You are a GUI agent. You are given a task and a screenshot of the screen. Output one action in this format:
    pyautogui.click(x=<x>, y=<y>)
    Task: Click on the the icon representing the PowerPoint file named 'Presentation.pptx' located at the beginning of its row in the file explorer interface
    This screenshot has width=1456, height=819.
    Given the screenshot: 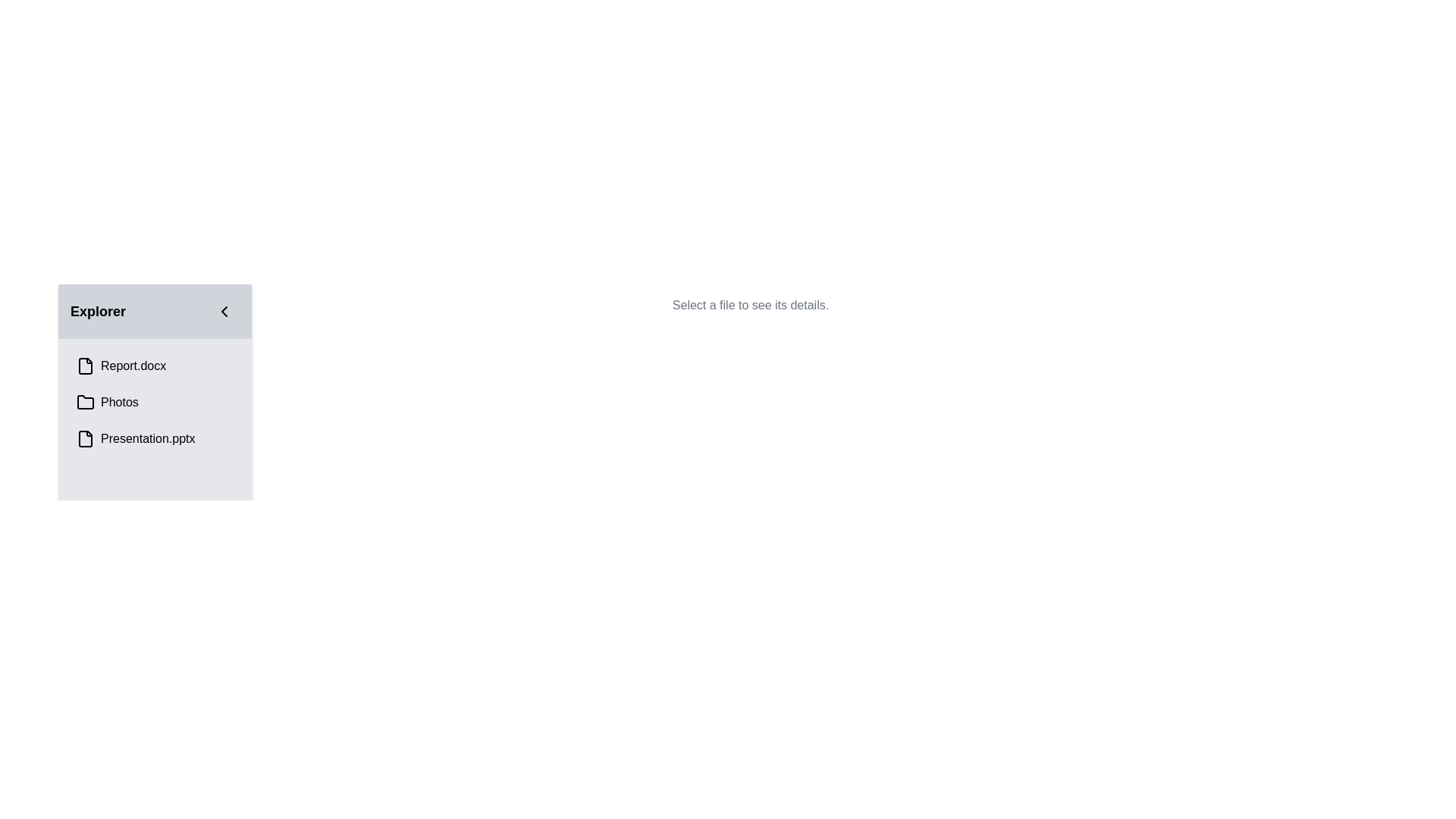 What is the action you would take?
    pyautogui.click(x=85, y=438)
    